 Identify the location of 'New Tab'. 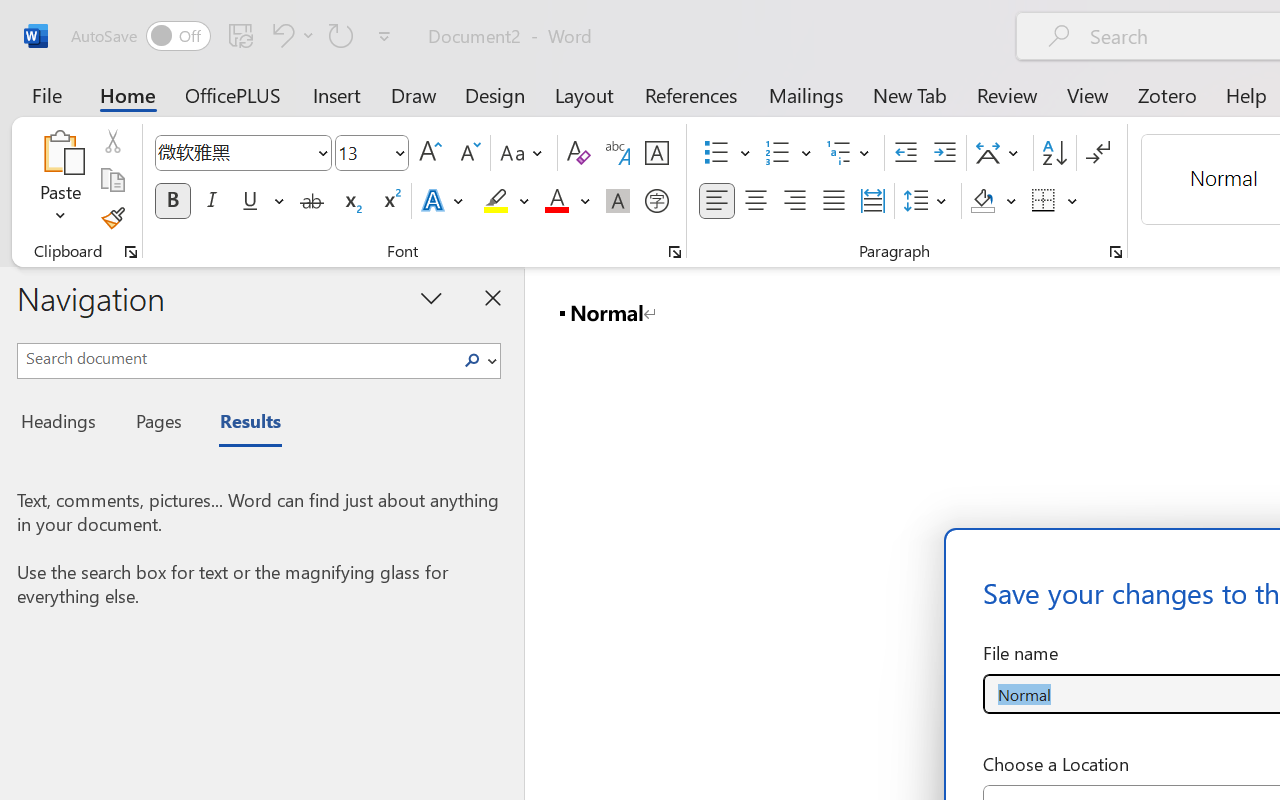
(909, 94).